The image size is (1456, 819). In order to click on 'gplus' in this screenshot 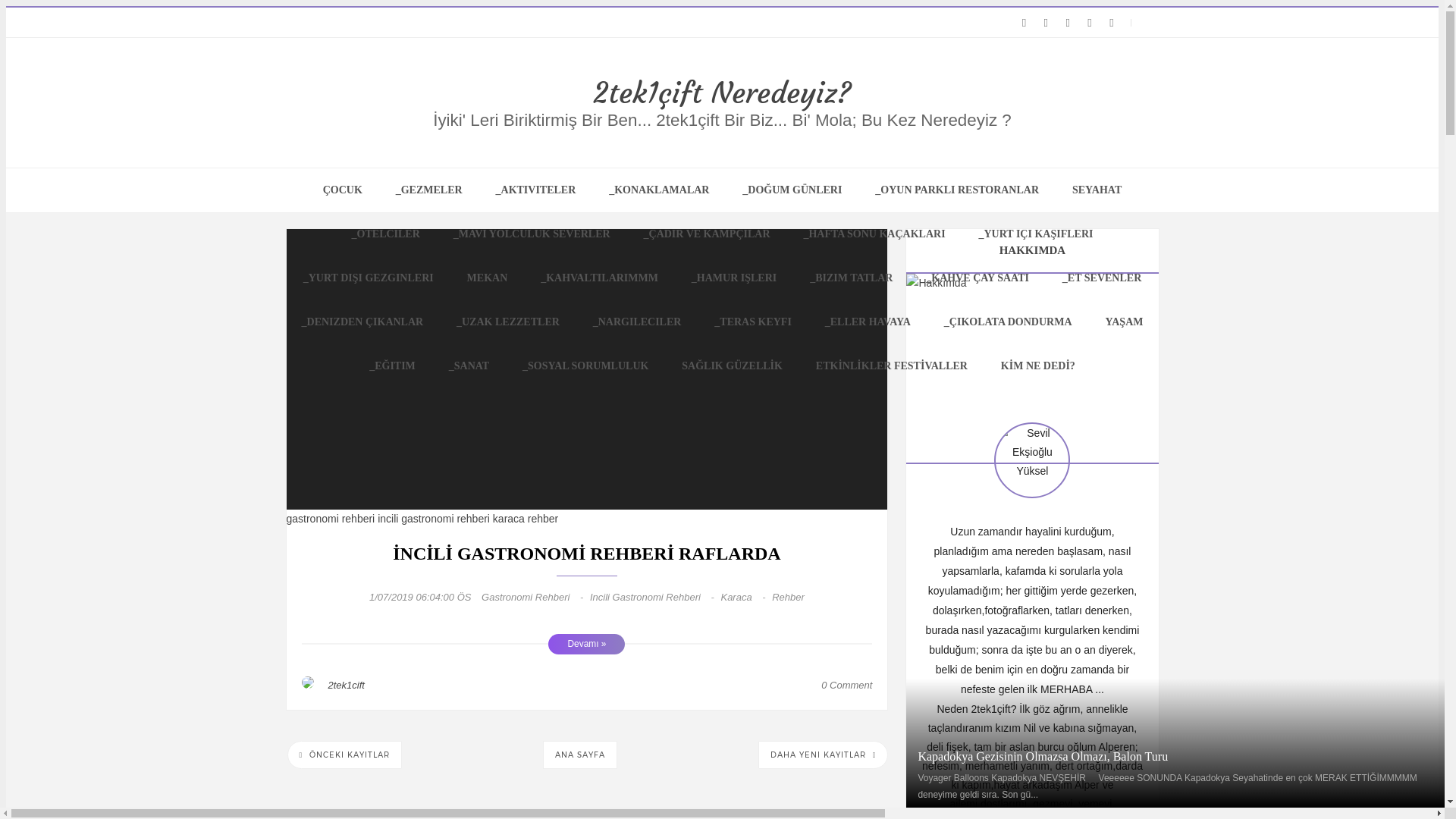, I will do `click(1058, 23)`.